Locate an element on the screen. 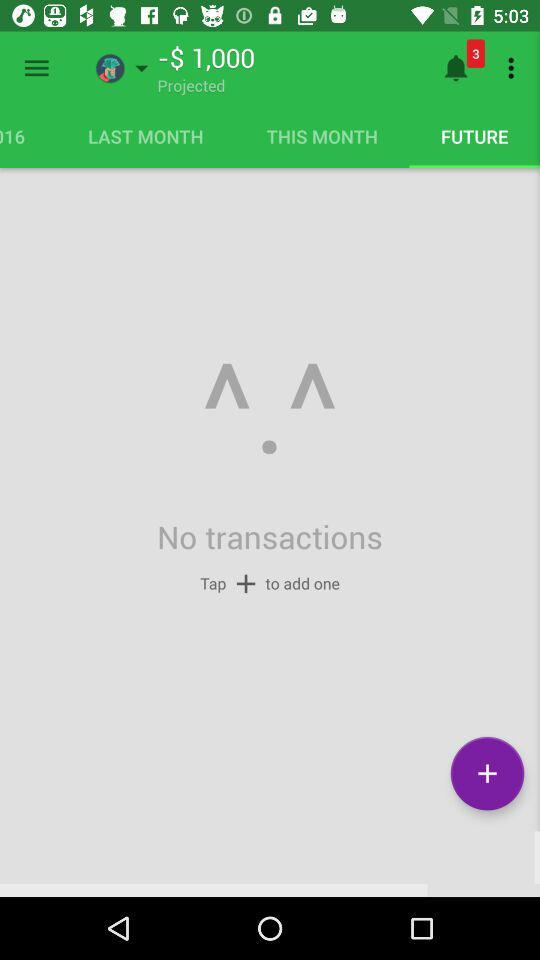 The height and width of the screenshot is (960, 540). open menu is located at coordinates (36, 68).